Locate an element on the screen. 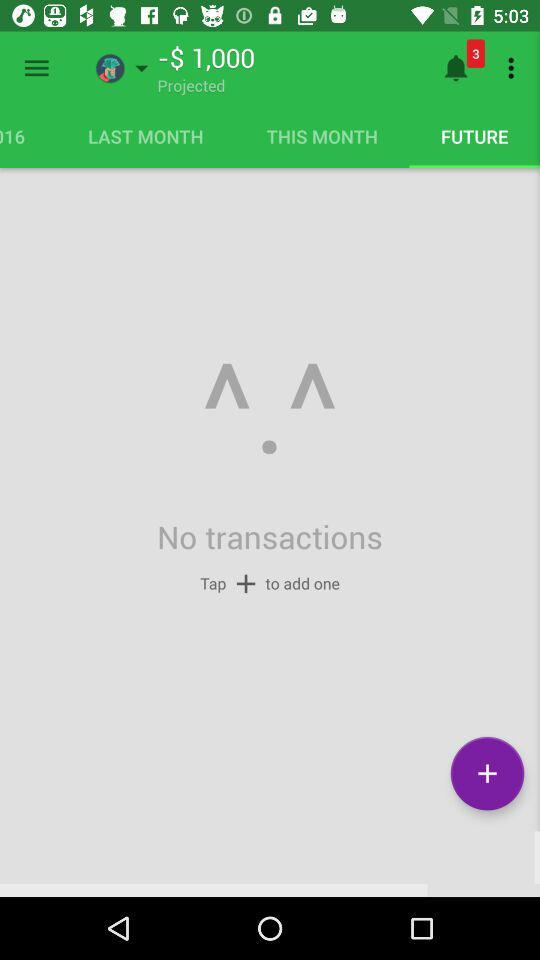 The height and width of the screenshot is (960, 540). open menu is located at coordinates (36, 68).